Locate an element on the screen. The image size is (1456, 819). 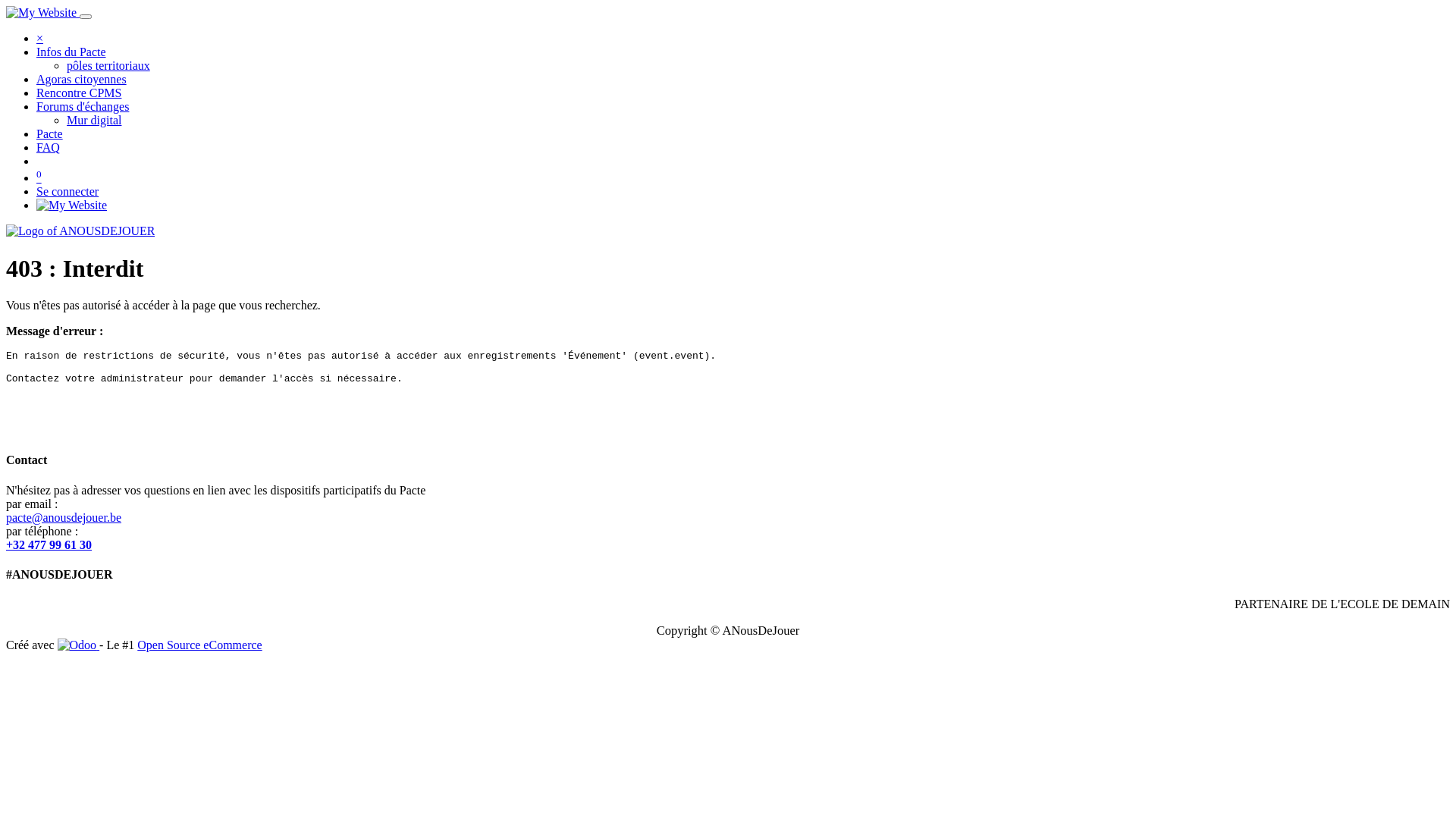
'Pacte' is located at coordinates (36, 133).